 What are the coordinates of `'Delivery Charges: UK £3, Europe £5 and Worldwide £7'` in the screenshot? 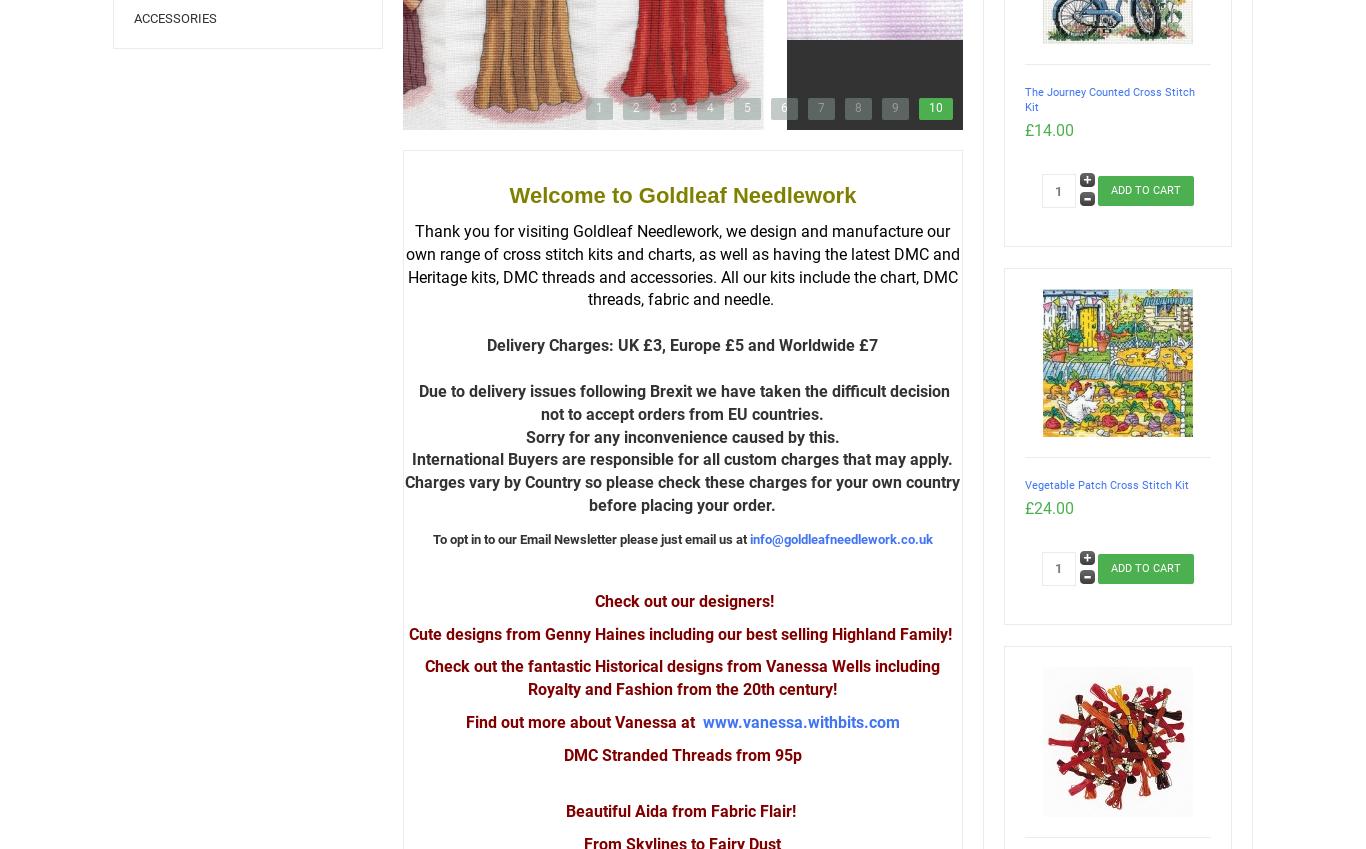 It's located at (681, 345).